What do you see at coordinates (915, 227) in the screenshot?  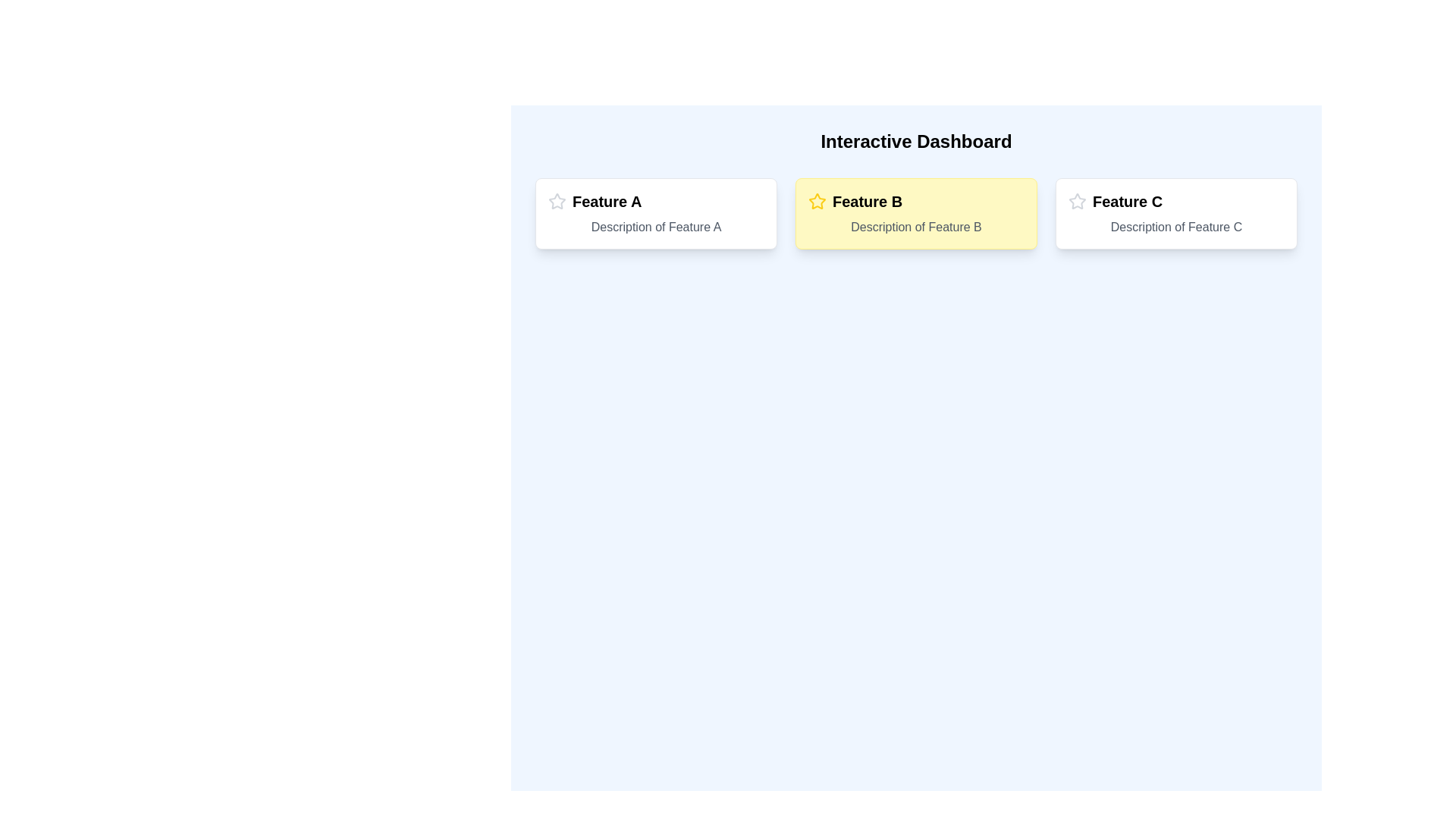 I see `the static text that reads 'Description of Feature B', styled with the class 'text-gray-600', located beneath the heading 'Feature B' in the second card` at bounding box center [915, 227].